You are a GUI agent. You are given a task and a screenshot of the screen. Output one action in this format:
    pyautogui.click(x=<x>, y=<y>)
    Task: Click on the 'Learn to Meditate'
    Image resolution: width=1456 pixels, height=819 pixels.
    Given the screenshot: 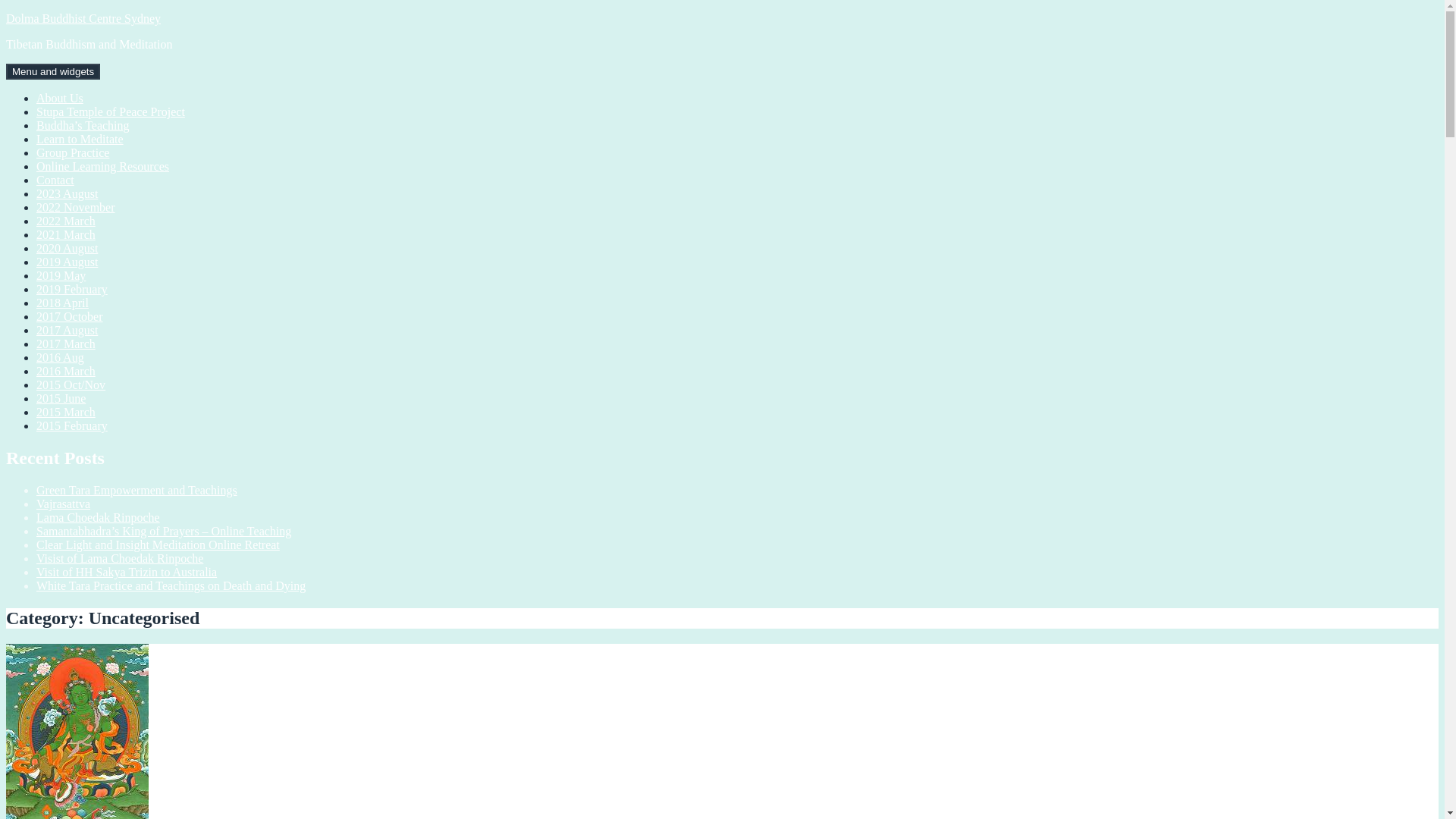 What is the action you would take?
    pyautogui.click(x=79, y=139)
    